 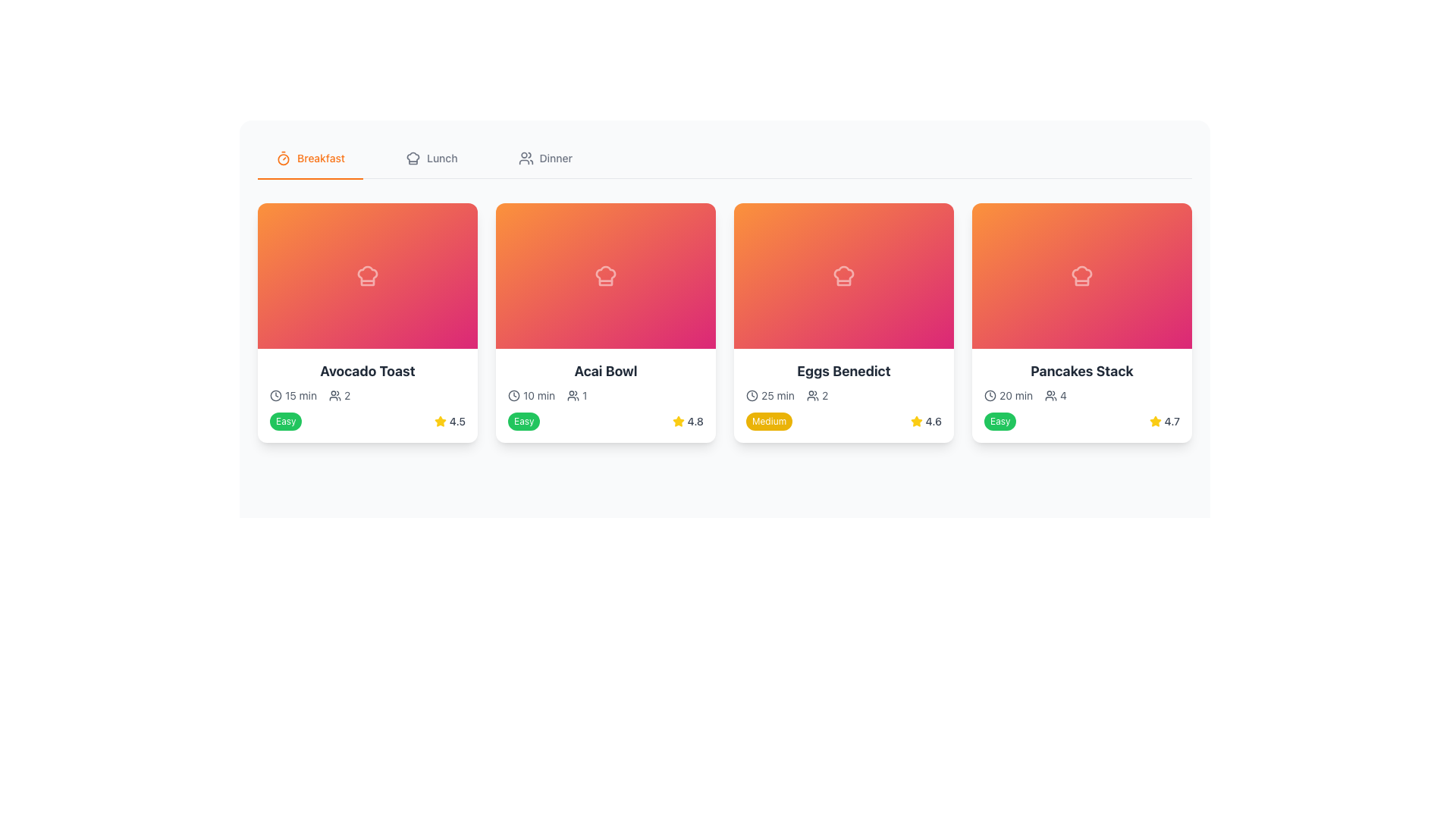 What do you see at coordinates (367, 322) in the screenshot?
I see `the recipe card located at the top left of the grid, which displays summarized information about the recipe, including title, preparation time, serving size, difficulty level, and rating` at bounding box center [367, 322].